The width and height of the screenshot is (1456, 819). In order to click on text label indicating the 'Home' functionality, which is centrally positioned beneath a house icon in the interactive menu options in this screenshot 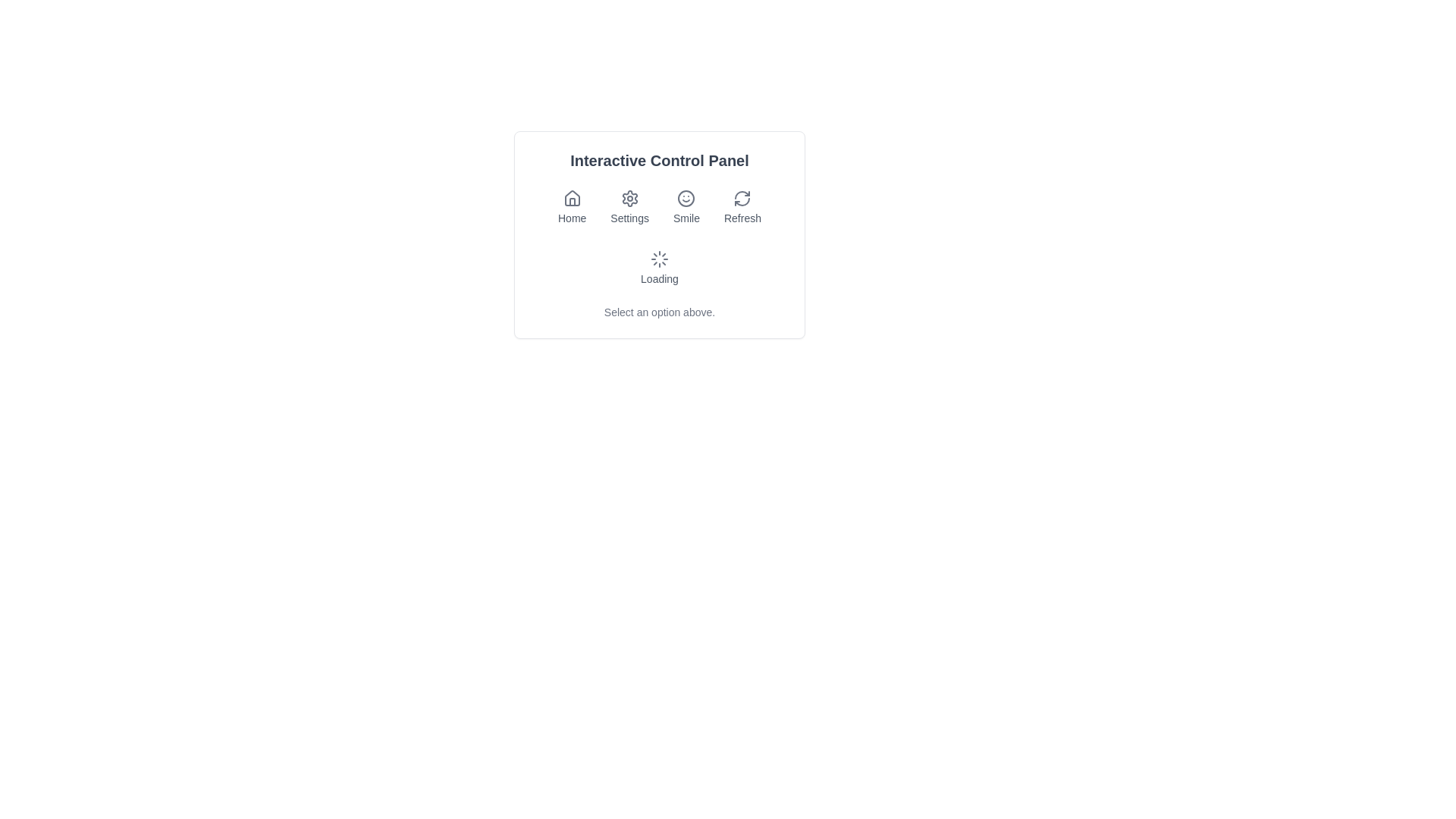, I will do `click(571, 218)`.